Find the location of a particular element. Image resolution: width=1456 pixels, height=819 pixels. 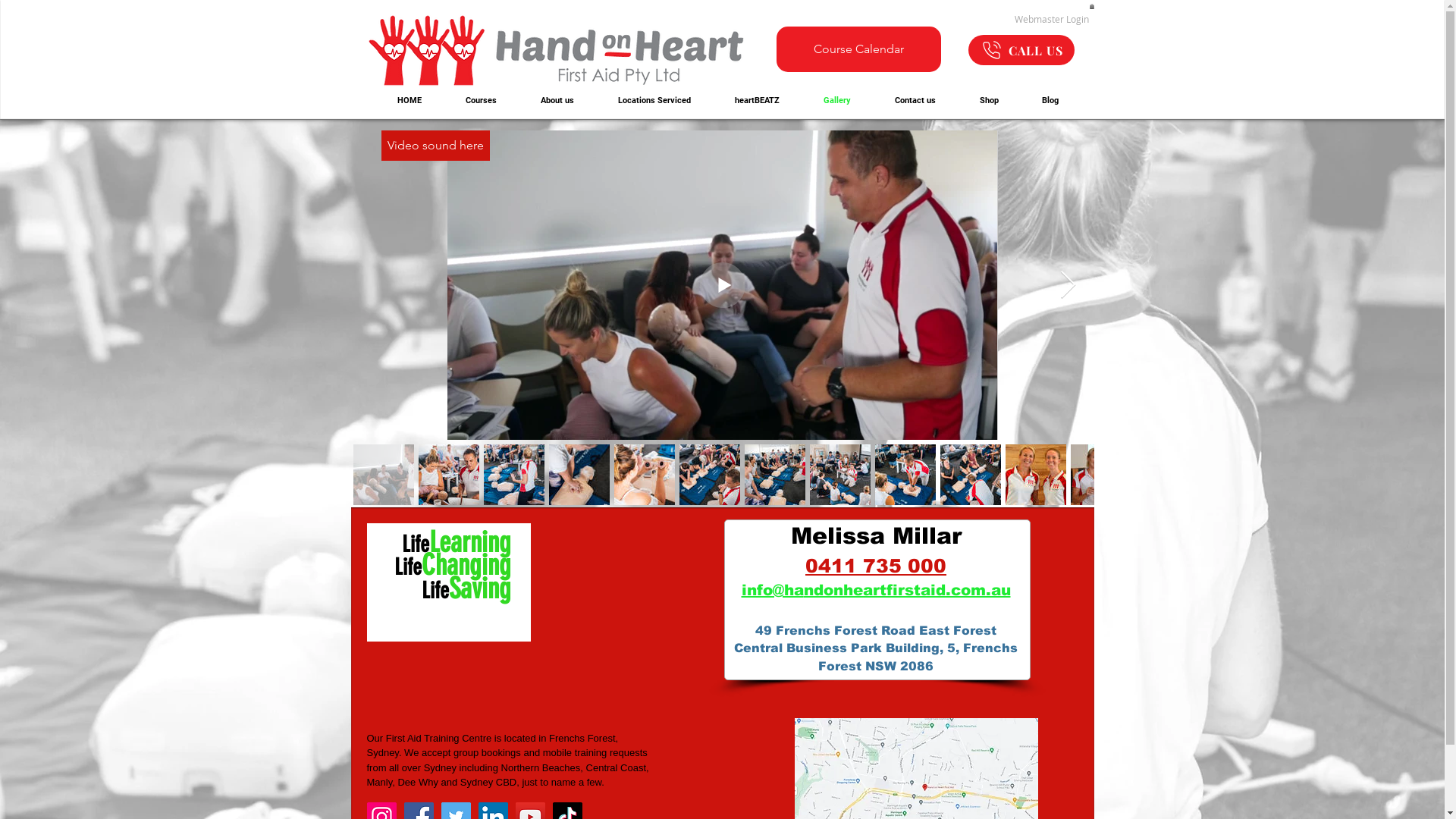

'Video sound here' is located at coordinates (434, 146).